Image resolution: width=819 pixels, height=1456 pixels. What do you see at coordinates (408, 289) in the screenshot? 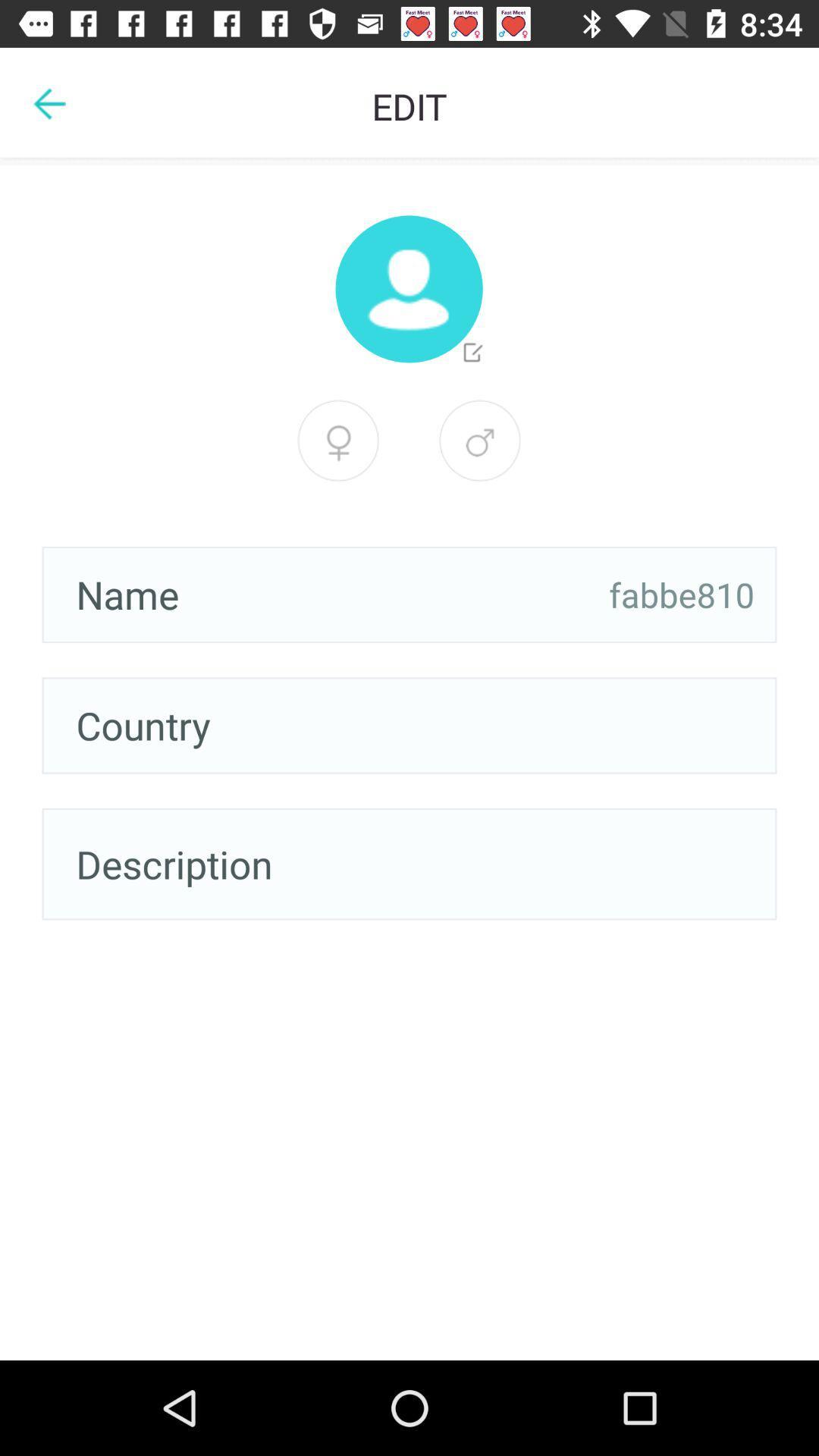
I see `a profile picture` at bounding box center [408, 289].